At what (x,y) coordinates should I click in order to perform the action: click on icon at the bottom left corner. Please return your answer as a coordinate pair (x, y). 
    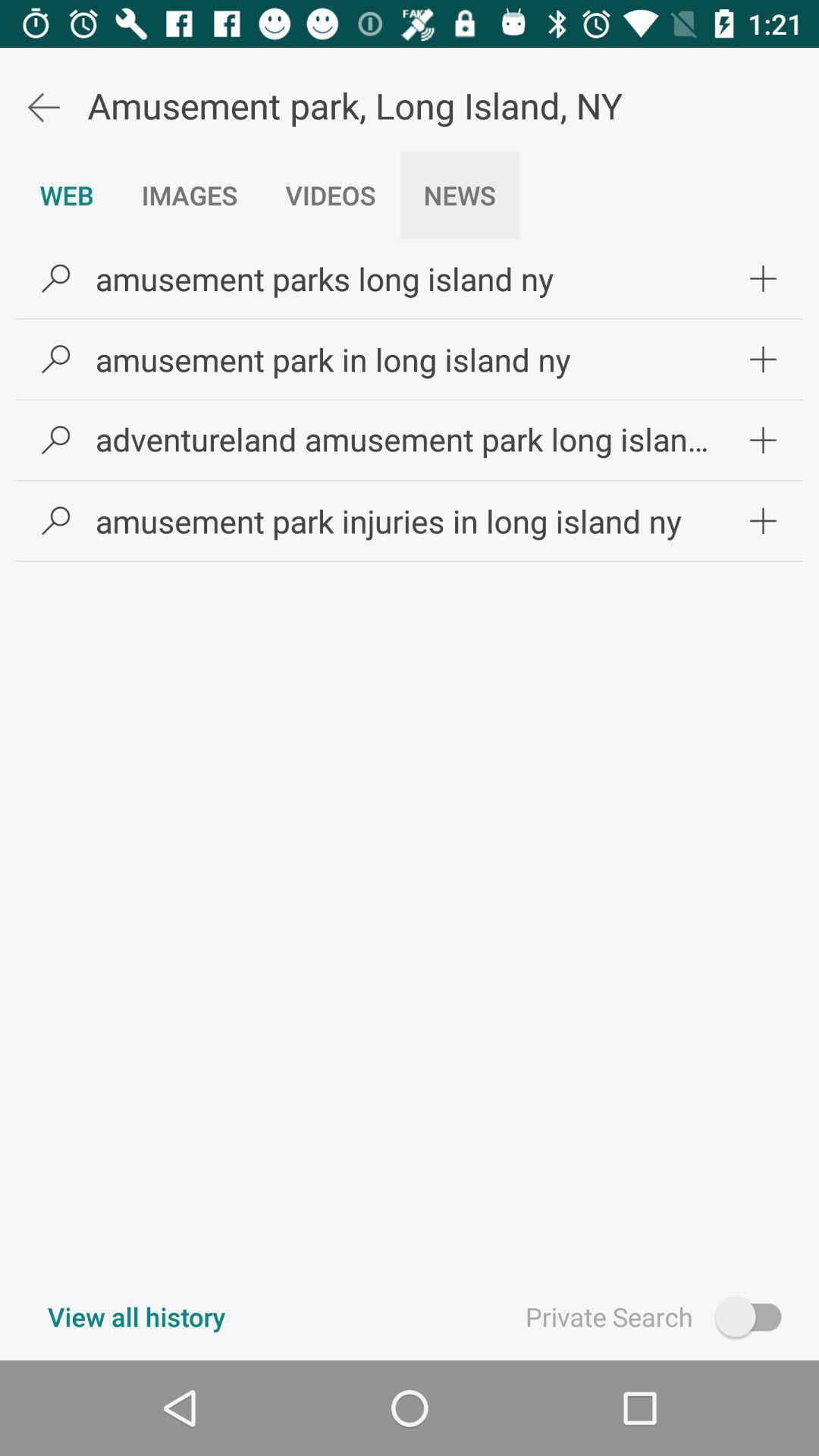
    Looking at the image, I should click on (136, 1316).